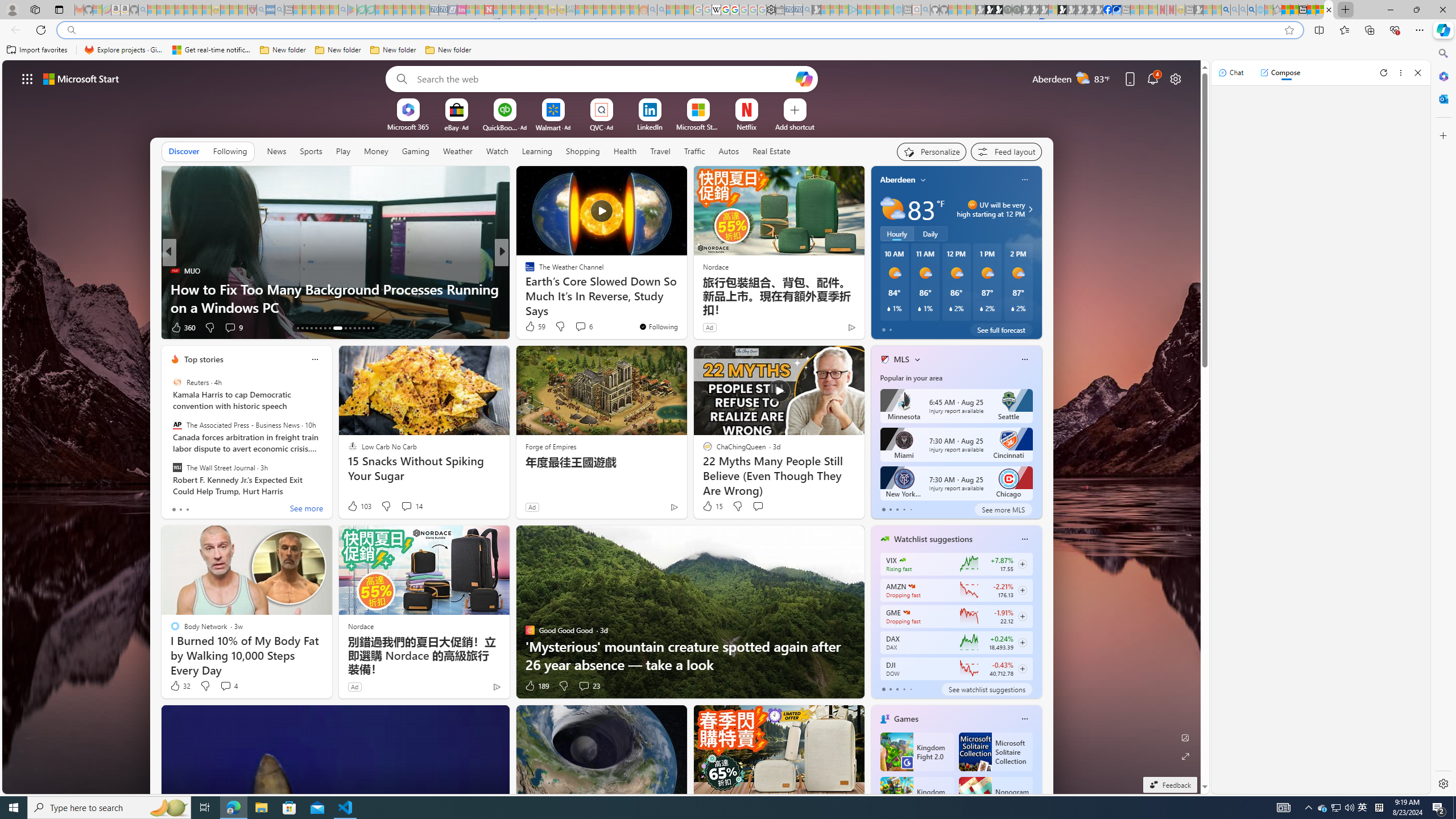  I want to click on 'Bing AI - Search', so click(1226, 9).